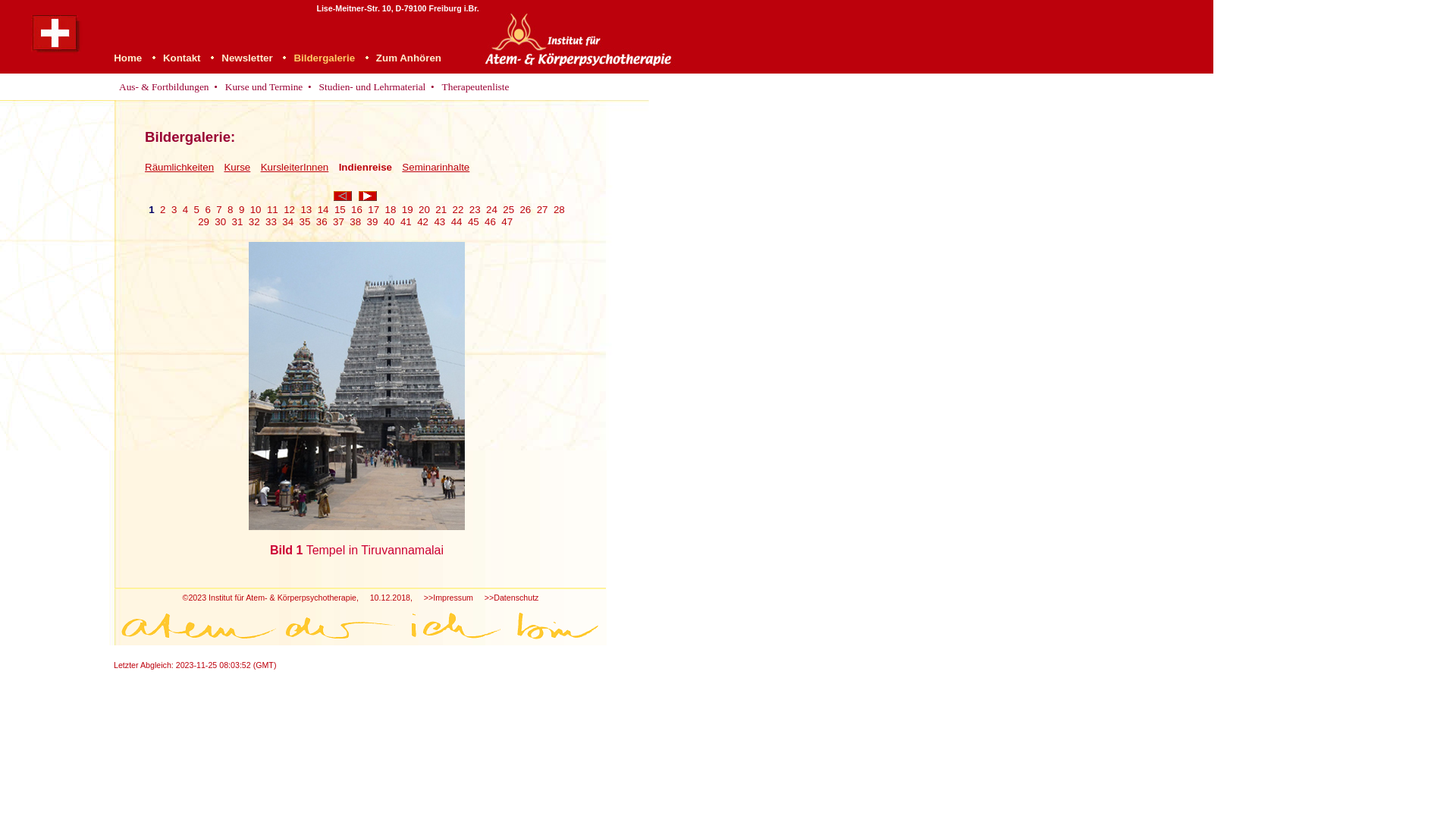 The height and width of the screenshot is (819, 1456). Describe the element at coordinates (218, 209) in the screenshot. I see `'7'` at that location.